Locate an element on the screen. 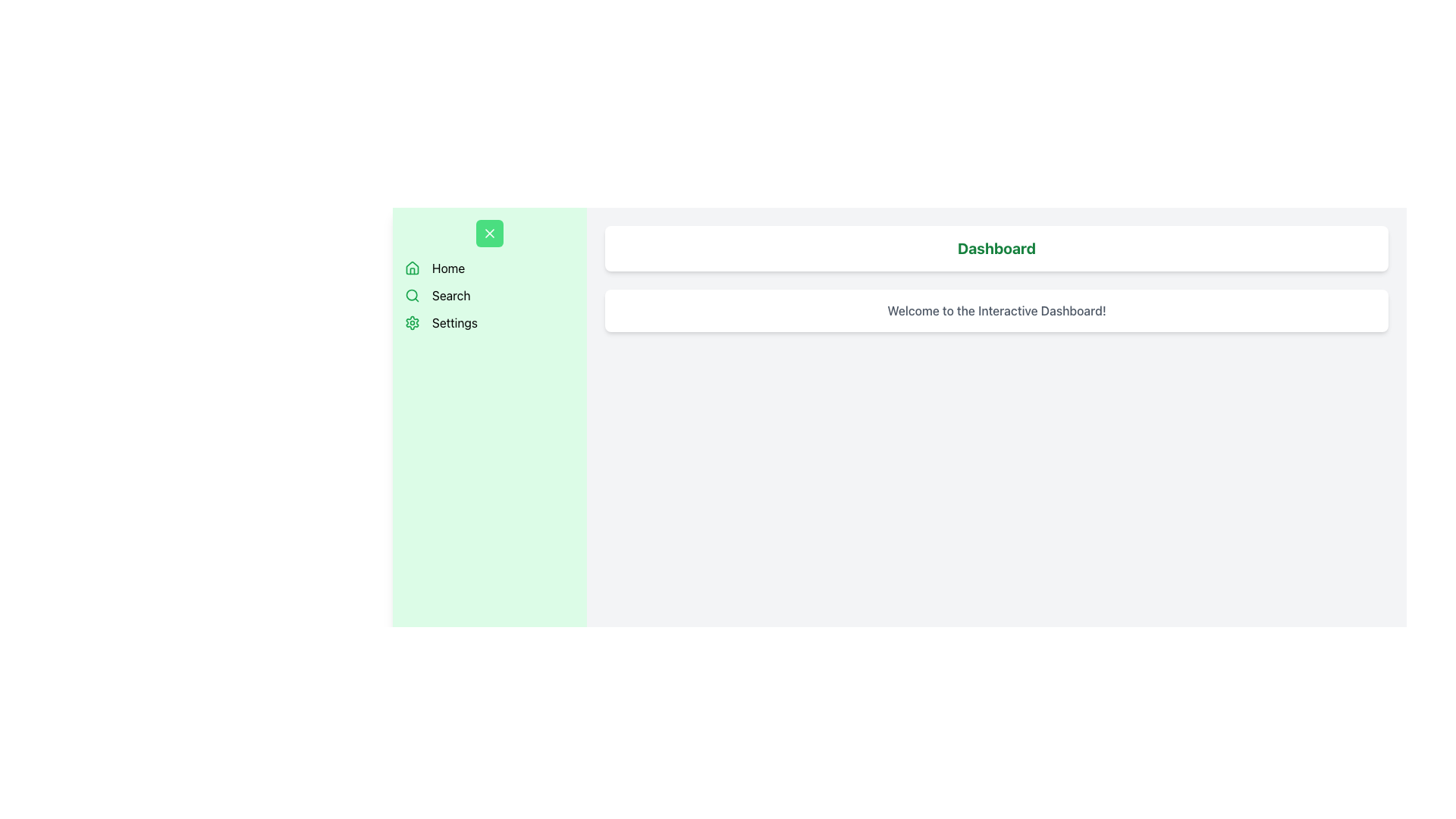 Image resolution: width=1456 pixels, height=819 pixels. the welcoming message text located centrally within the white, rounded rectangle section below the 'Dashboard' heading is located at coordinates (996, 309).